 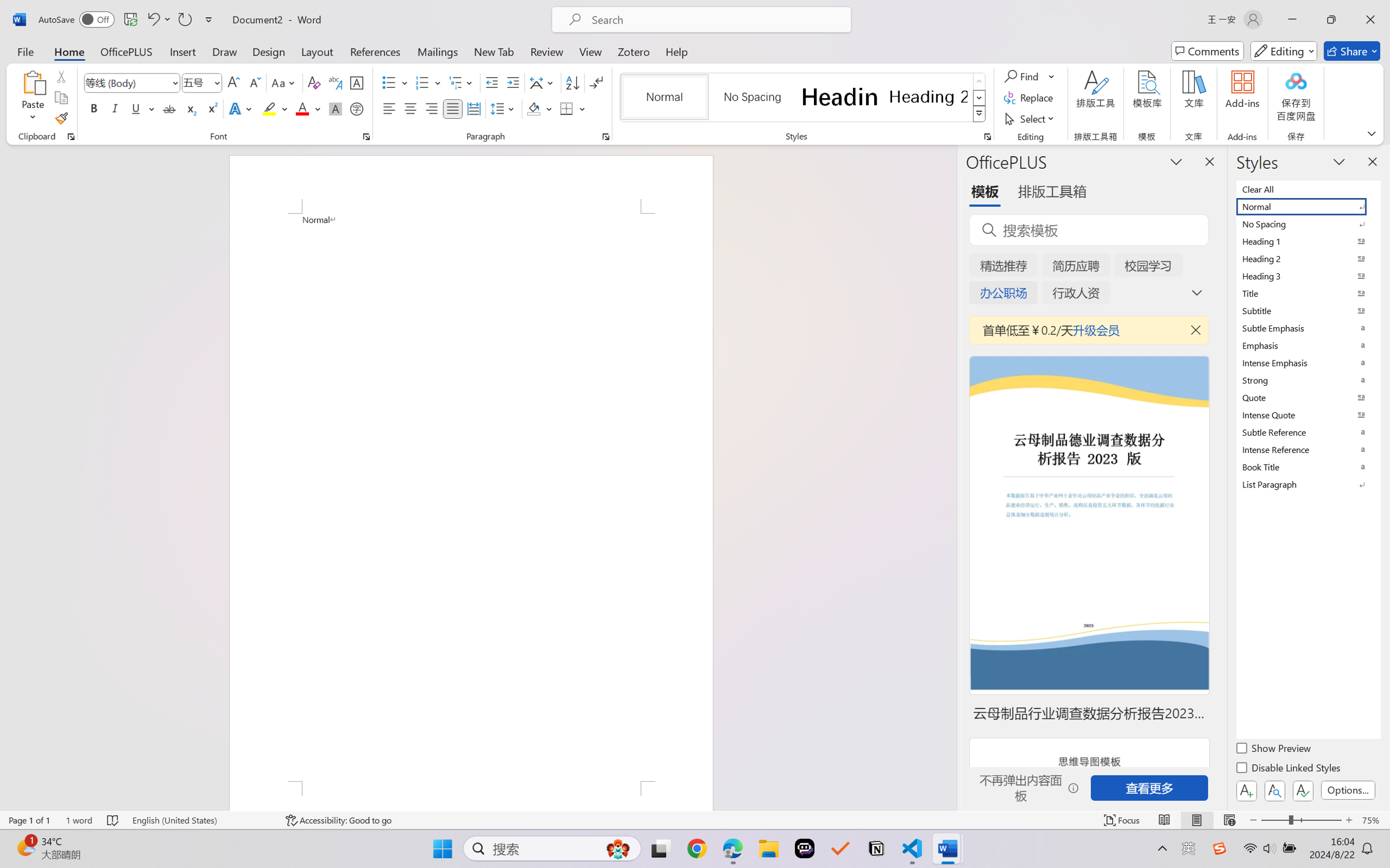 I want to click on 'Shading RGB(0, 0, 0)', so click(x=533, y=108).